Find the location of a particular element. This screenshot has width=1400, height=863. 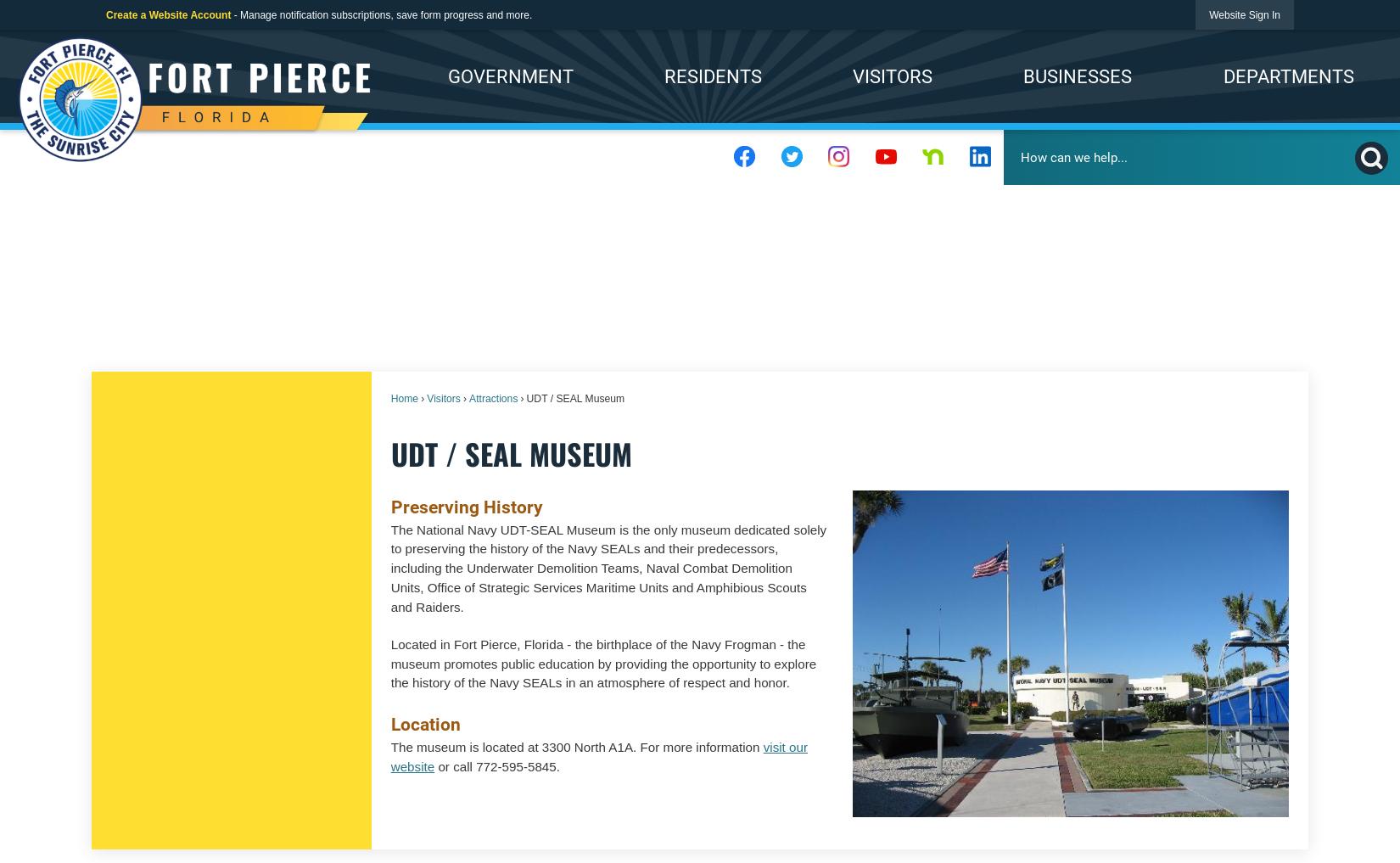

'The museum is located at 3300 North A1A. For more information' is located at coordinates (575, 747).